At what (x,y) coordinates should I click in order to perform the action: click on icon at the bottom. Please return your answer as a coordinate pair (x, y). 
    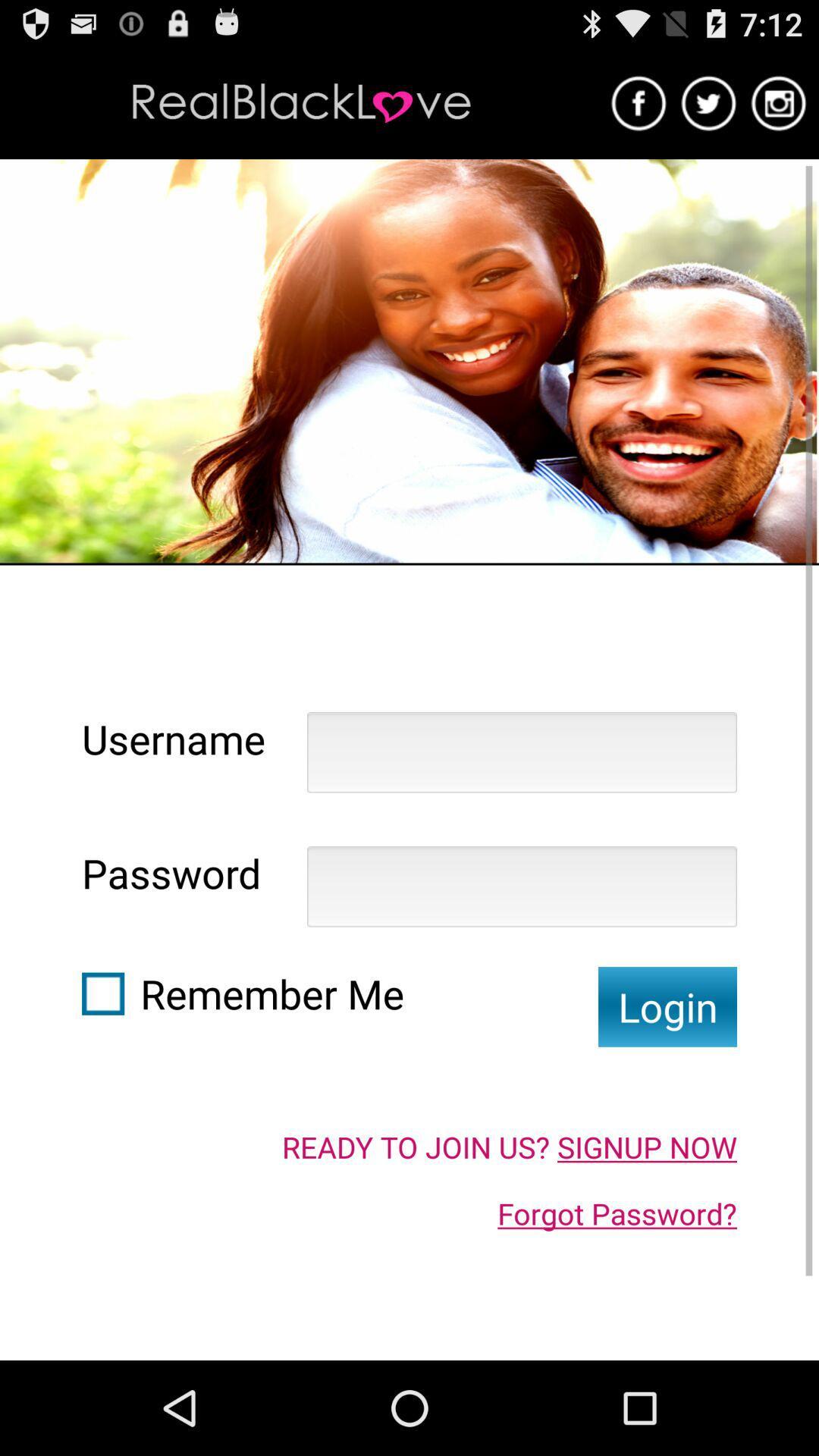
    Looking at the image, I should click on (509, 1147).